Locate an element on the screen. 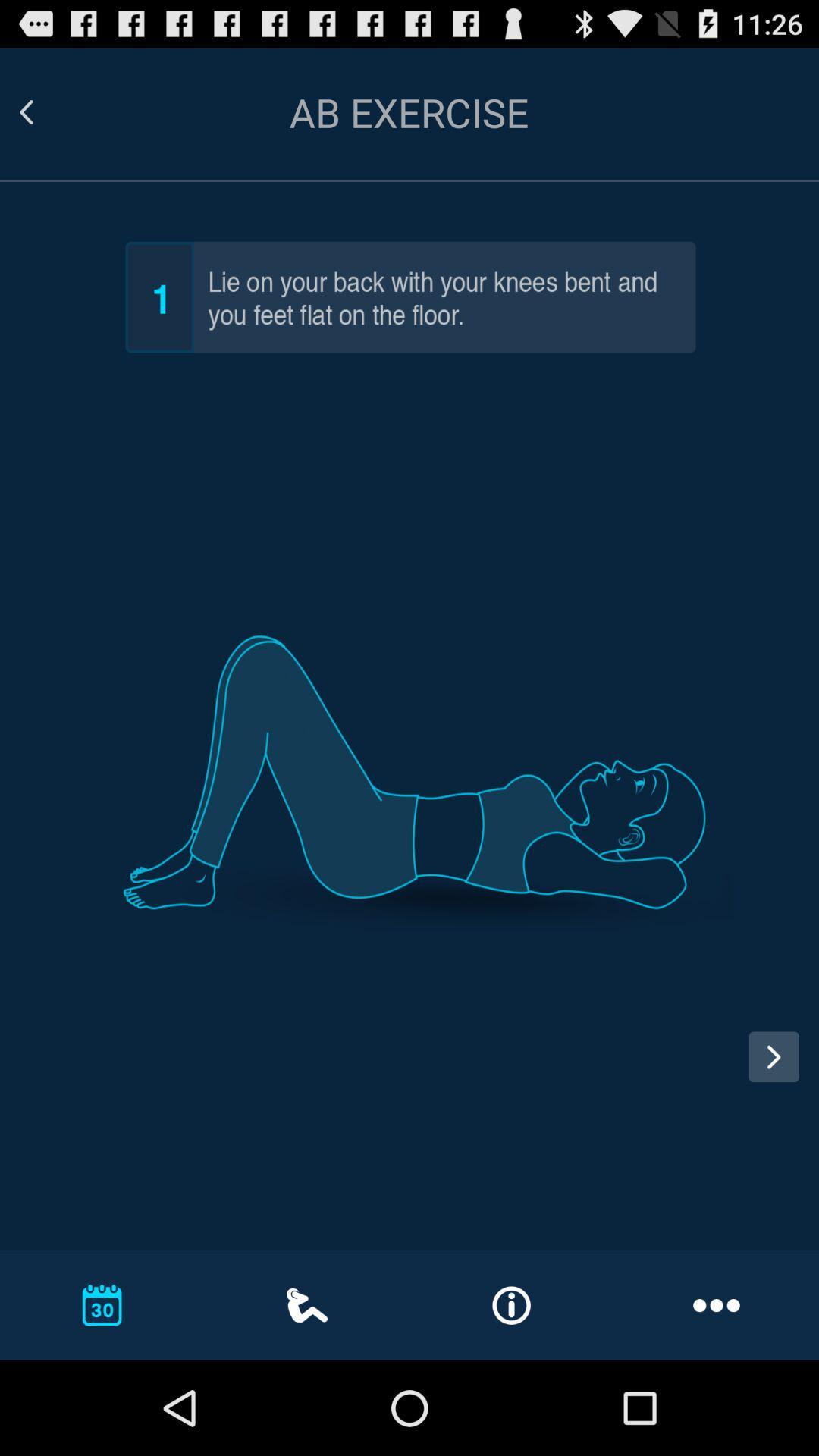  next step is located at coordinates (779, 1070).